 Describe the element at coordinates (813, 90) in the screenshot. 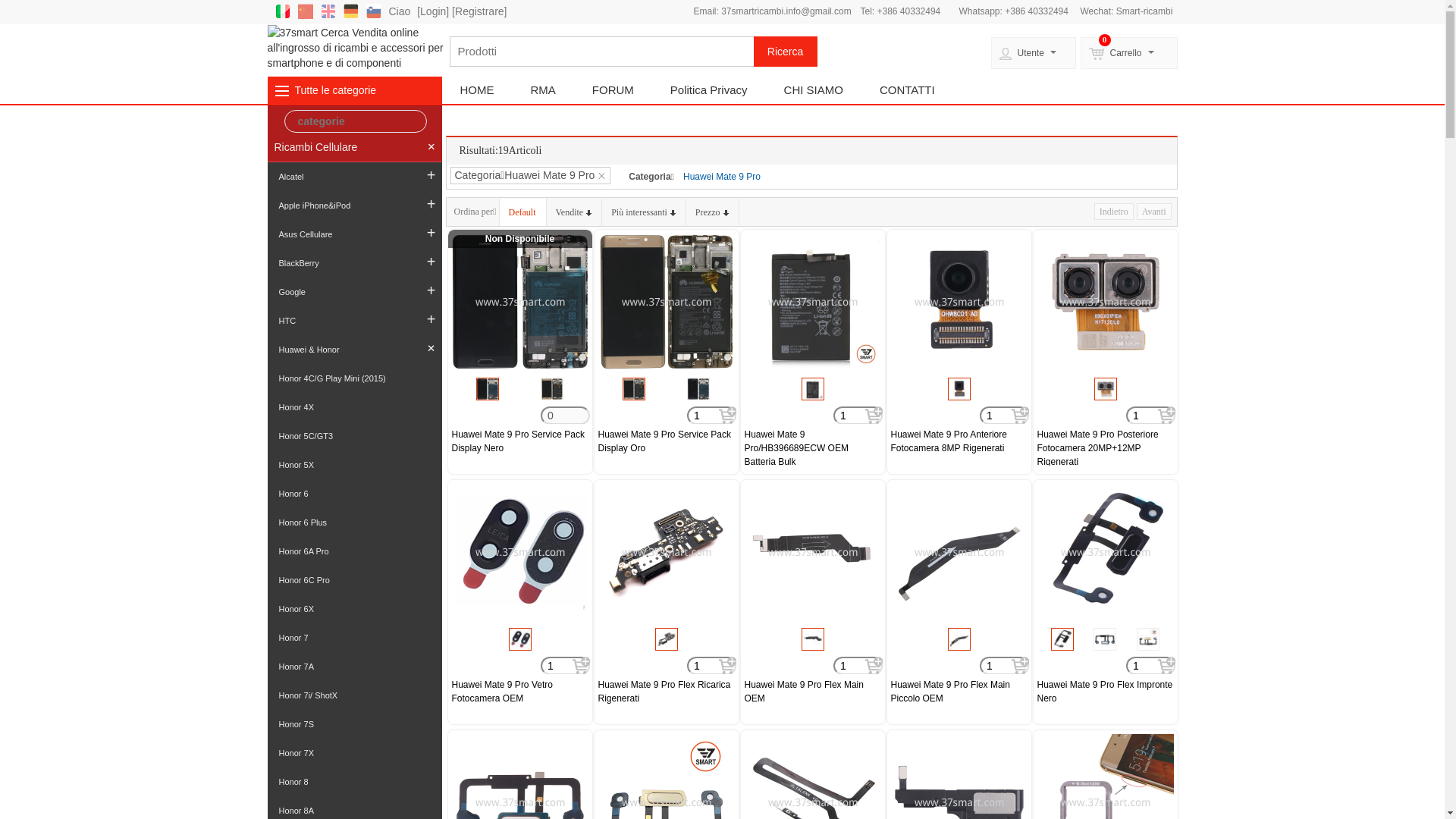

I see `'CHI SIAMO'` at that location.